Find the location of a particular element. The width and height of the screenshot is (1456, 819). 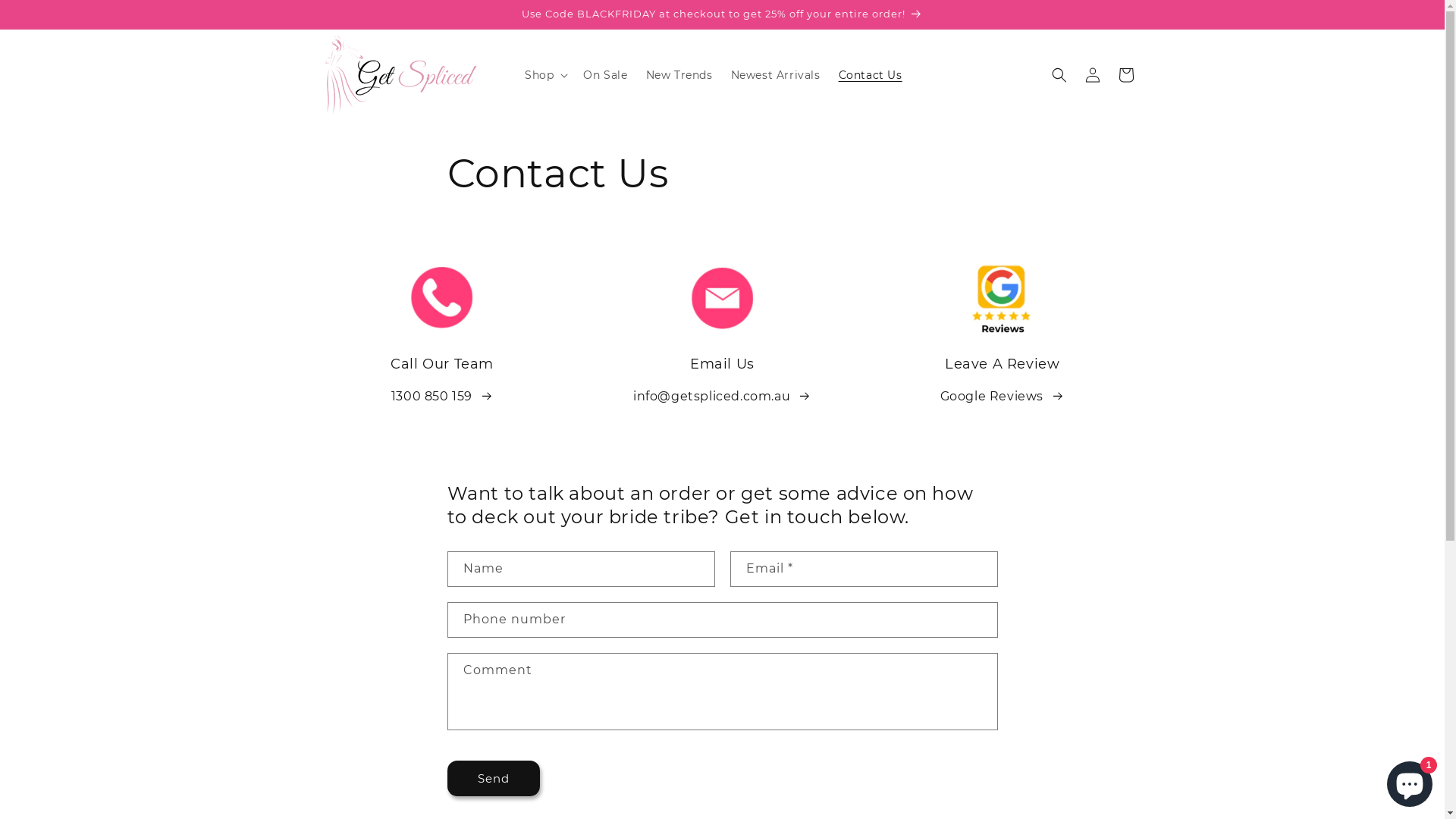

'On Sale' is located at coordinates (604, 75).